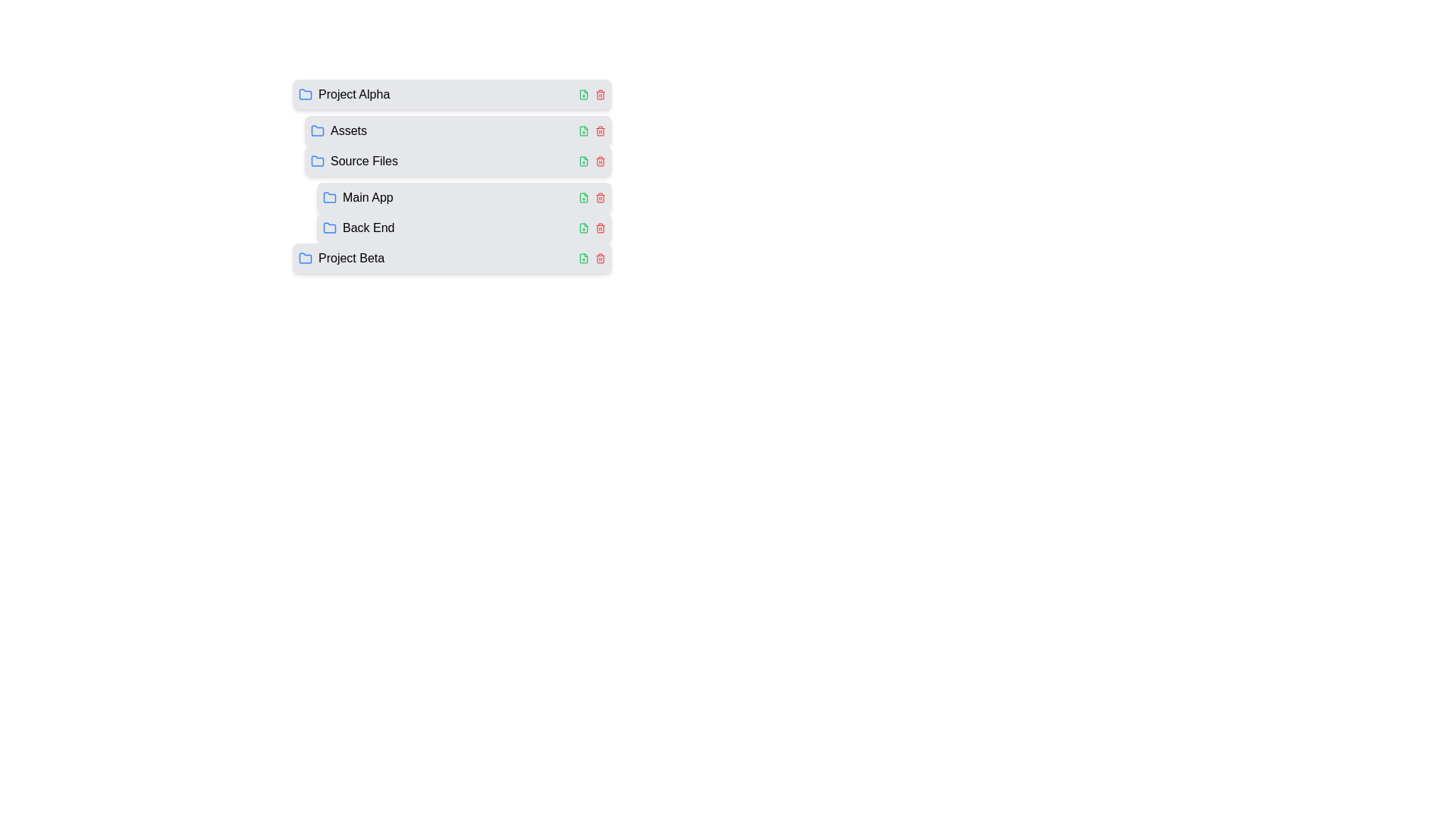 Image resolution: width=1456 pixels, height=819 pixels. I want to click on the folder icon with a blue outline representing 'Project Beta', so click(305, 256).